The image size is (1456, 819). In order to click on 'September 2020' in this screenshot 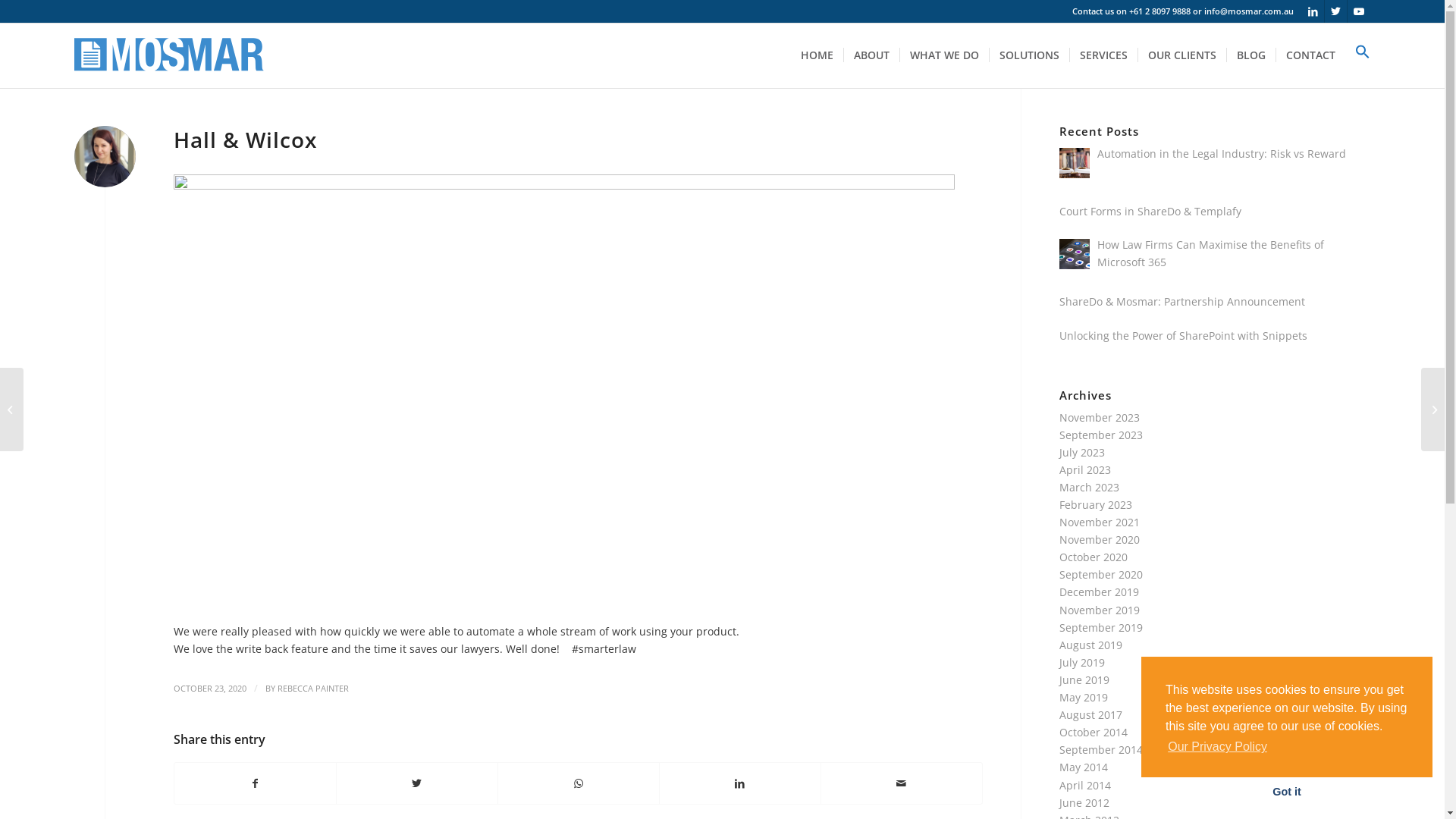, I will do `click(1058, 574)`.